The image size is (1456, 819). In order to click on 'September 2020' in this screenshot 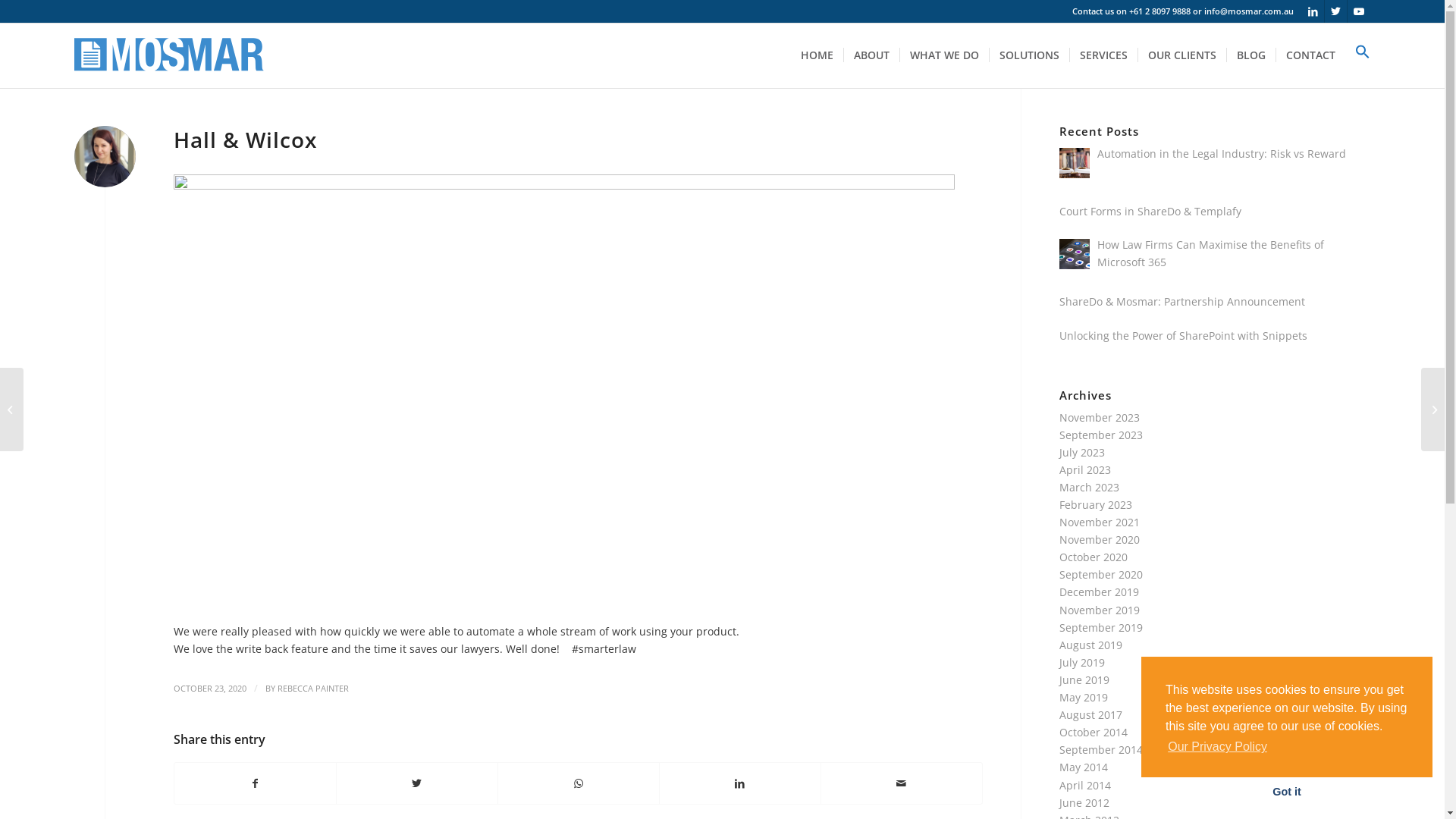, I will do `click(1058, 574)`.